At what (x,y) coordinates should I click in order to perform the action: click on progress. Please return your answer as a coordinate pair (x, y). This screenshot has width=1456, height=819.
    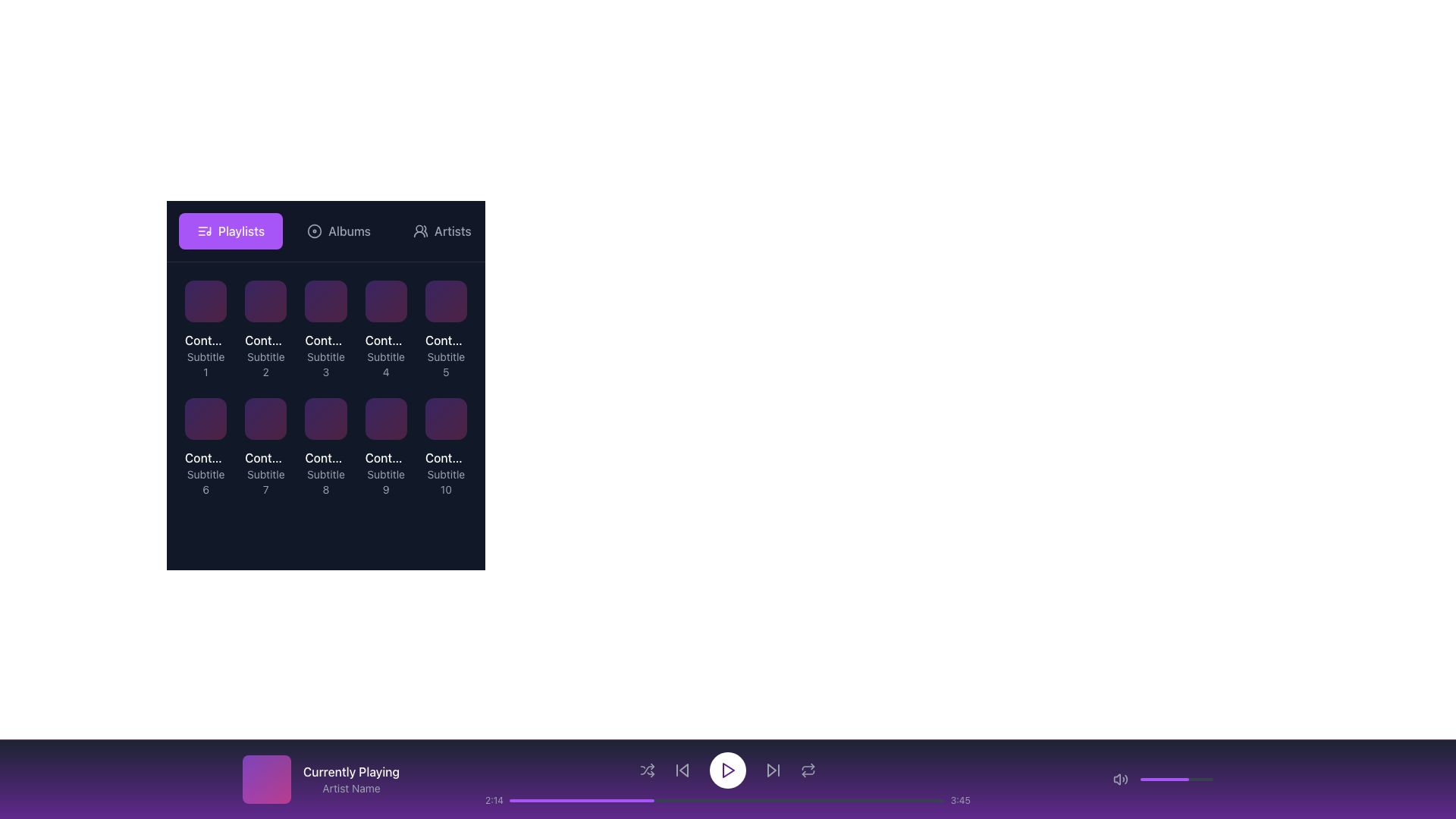
    Looking at the image, I should click on (783, 800).